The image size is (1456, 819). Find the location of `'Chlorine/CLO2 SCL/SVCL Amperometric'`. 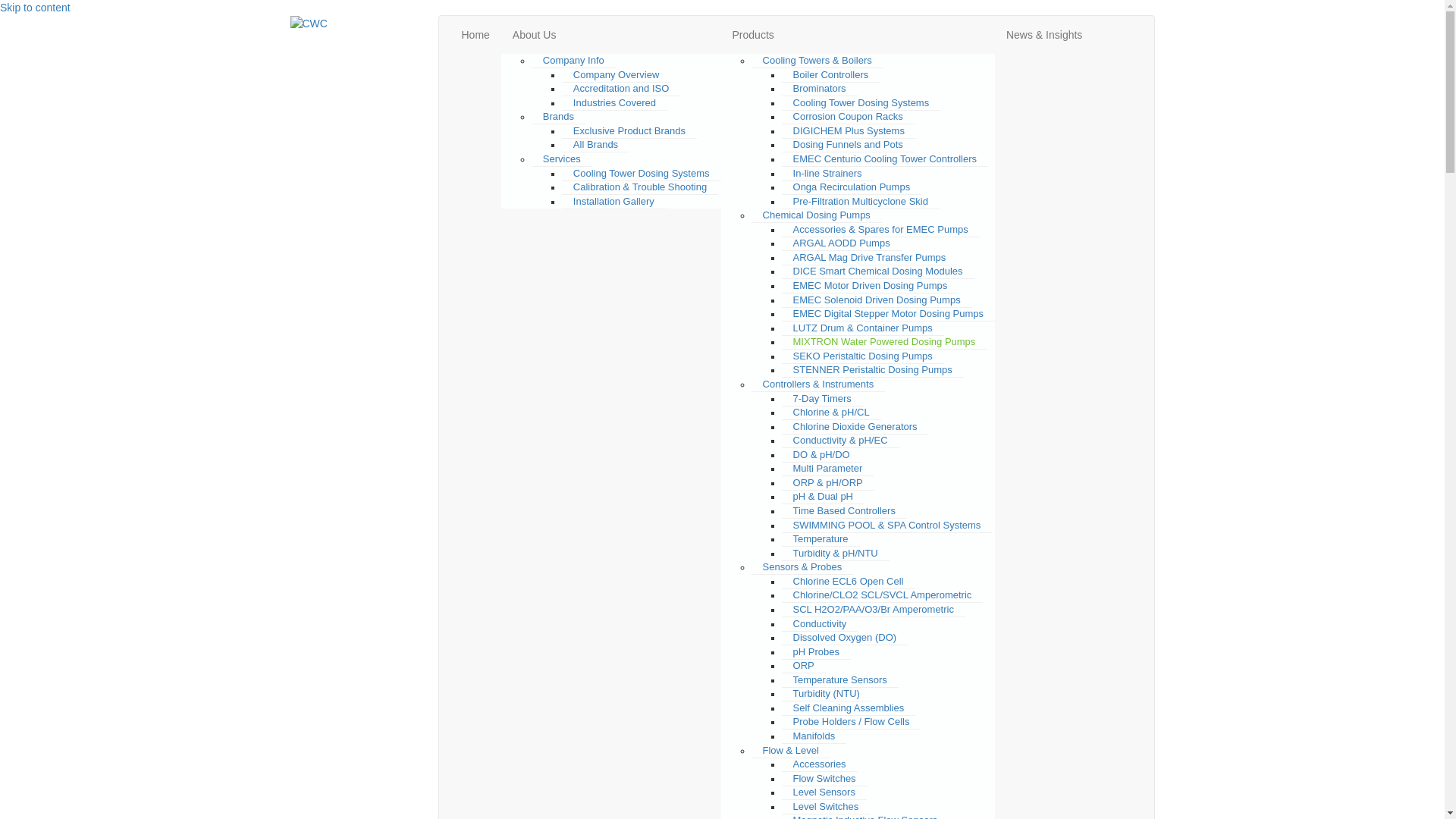

'Chlorine/CLO2 SCL/SVCL Amperometric' is located at coordinates (782, 595).